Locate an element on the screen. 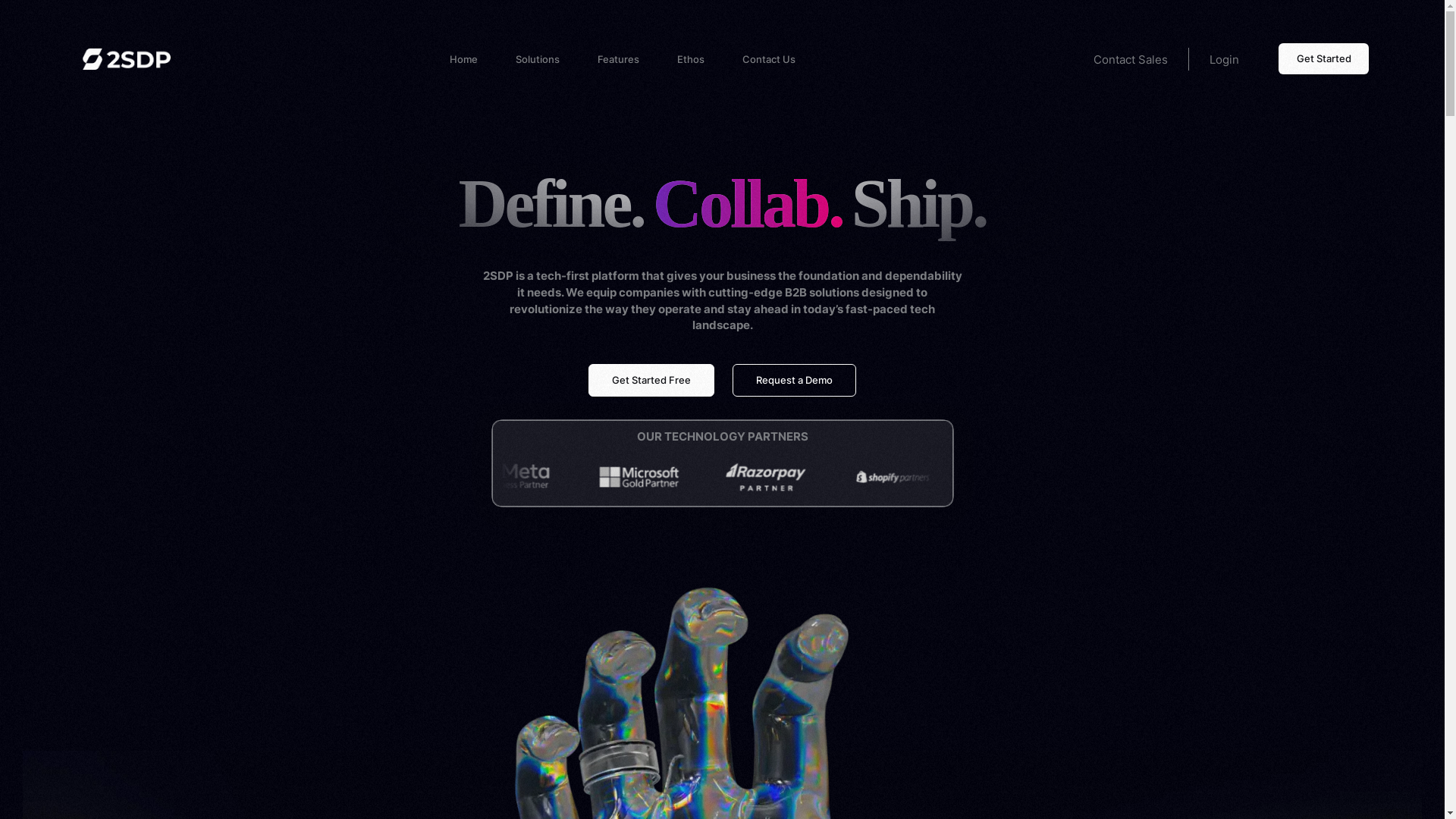 This screenshot has height=819, width=1456. 'Home' is located at coordinates (463, 58).